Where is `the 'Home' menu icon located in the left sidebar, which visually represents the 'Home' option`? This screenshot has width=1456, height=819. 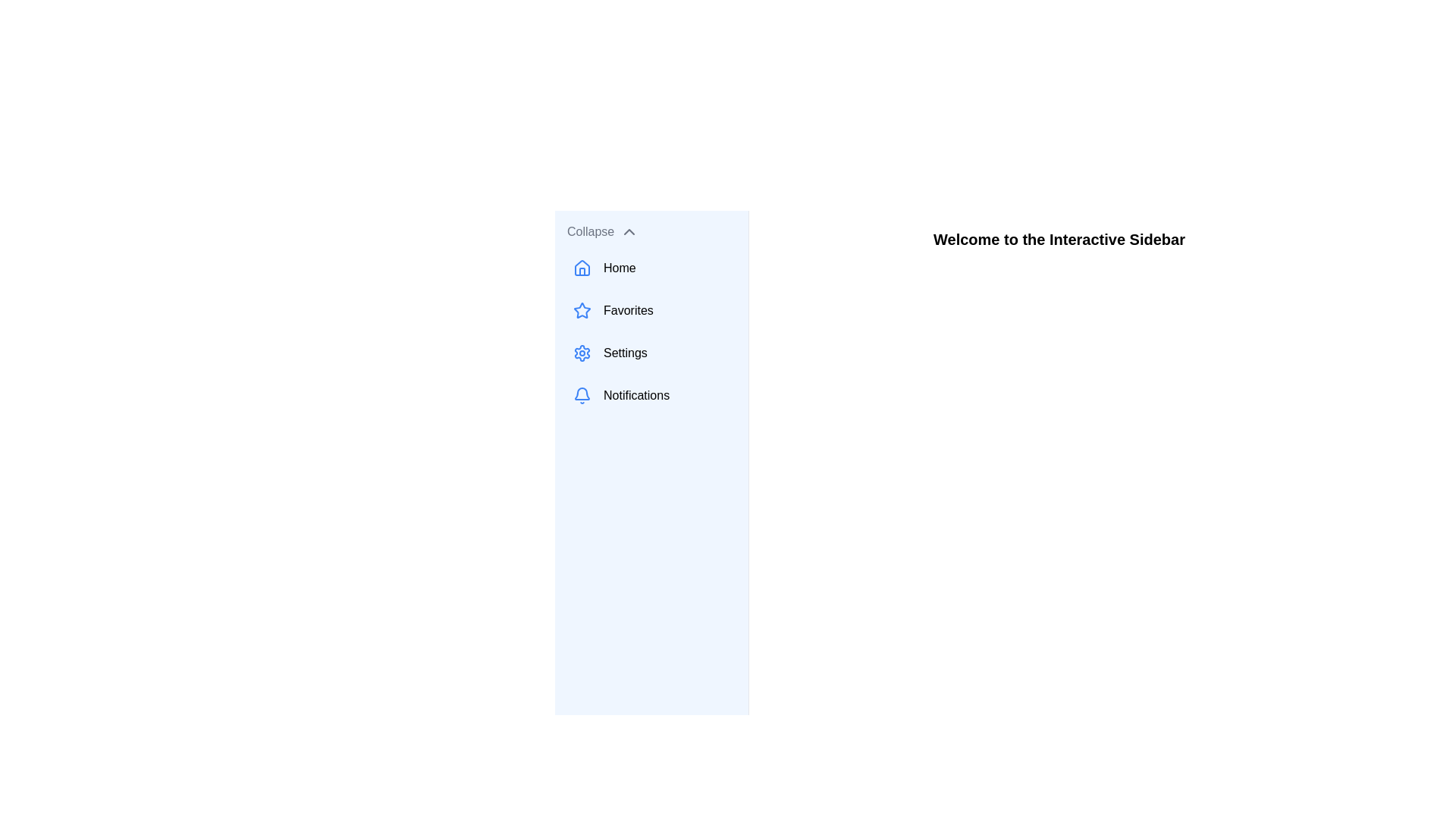 the 'Home' menu icon located in the left sidebar, which visually represents the 'Home' option is located at coordinates (582, 267).